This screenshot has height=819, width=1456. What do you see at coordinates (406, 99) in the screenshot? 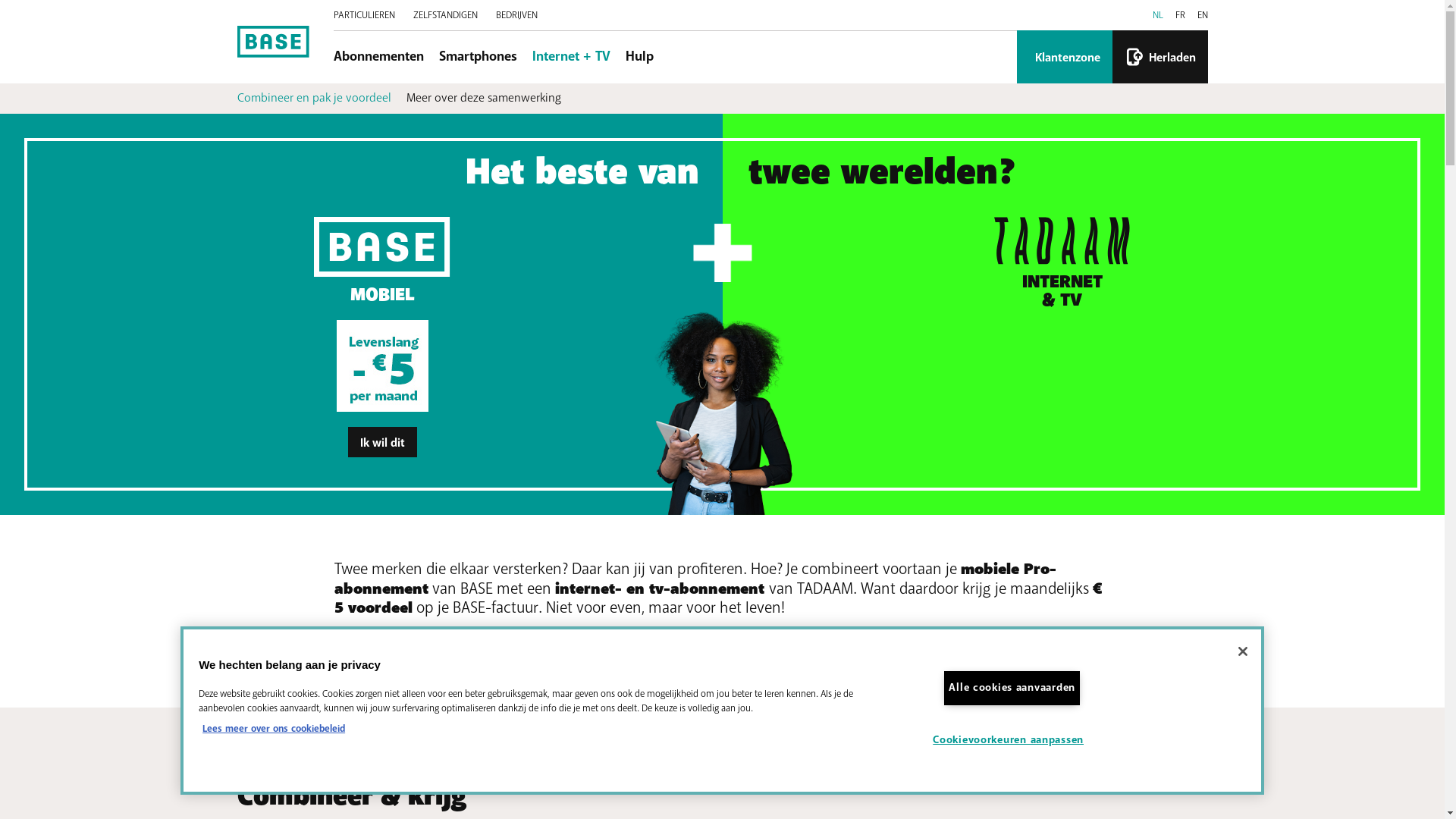
I see `'Meer over deze samenwerking'` at bounding box center [406, 99].